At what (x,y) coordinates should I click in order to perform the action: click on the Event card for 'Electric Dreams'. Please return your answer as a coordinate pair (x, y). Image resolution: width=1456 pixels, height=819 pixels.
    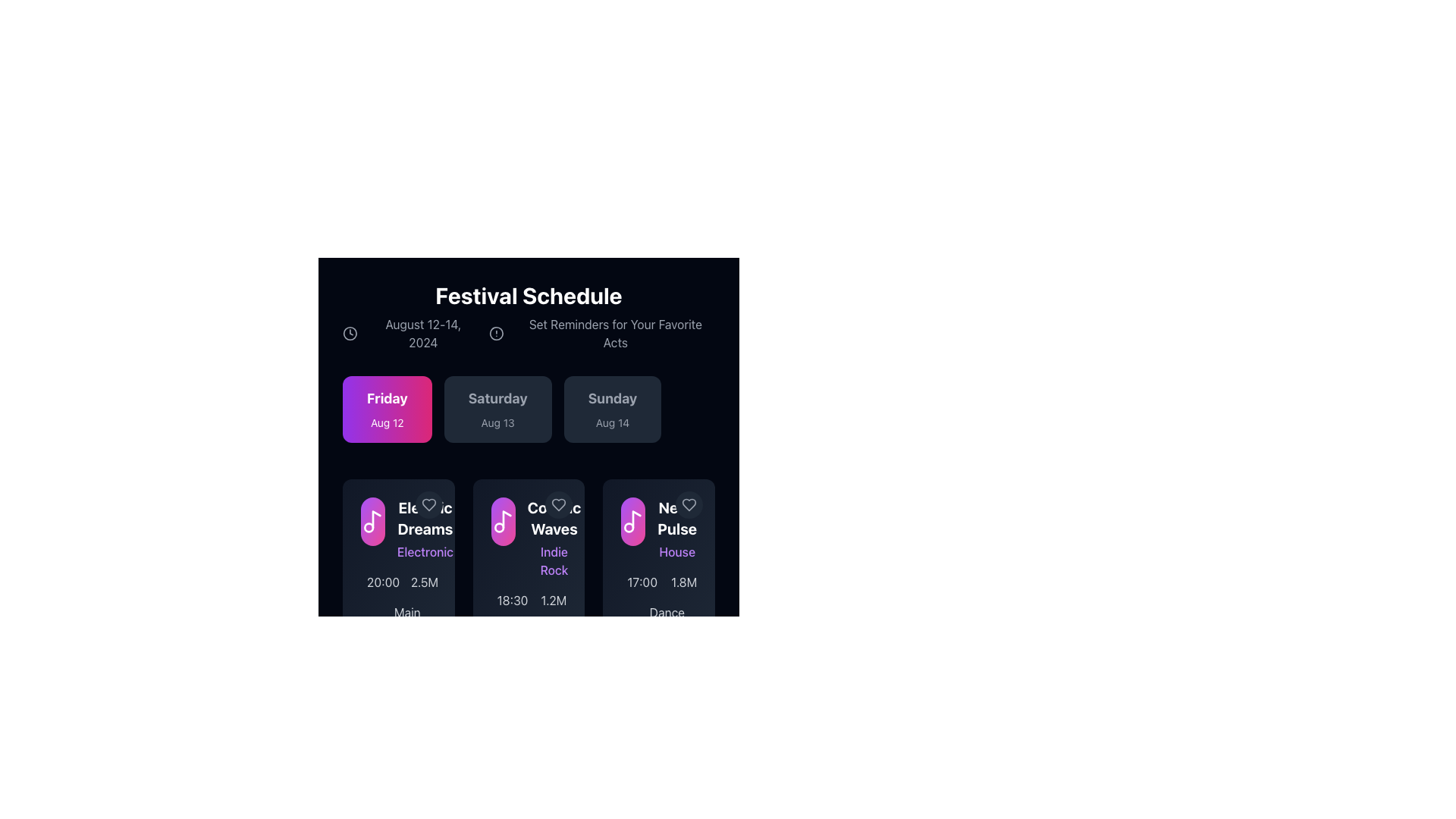
    Looking at the image, I should click on (398, 529).